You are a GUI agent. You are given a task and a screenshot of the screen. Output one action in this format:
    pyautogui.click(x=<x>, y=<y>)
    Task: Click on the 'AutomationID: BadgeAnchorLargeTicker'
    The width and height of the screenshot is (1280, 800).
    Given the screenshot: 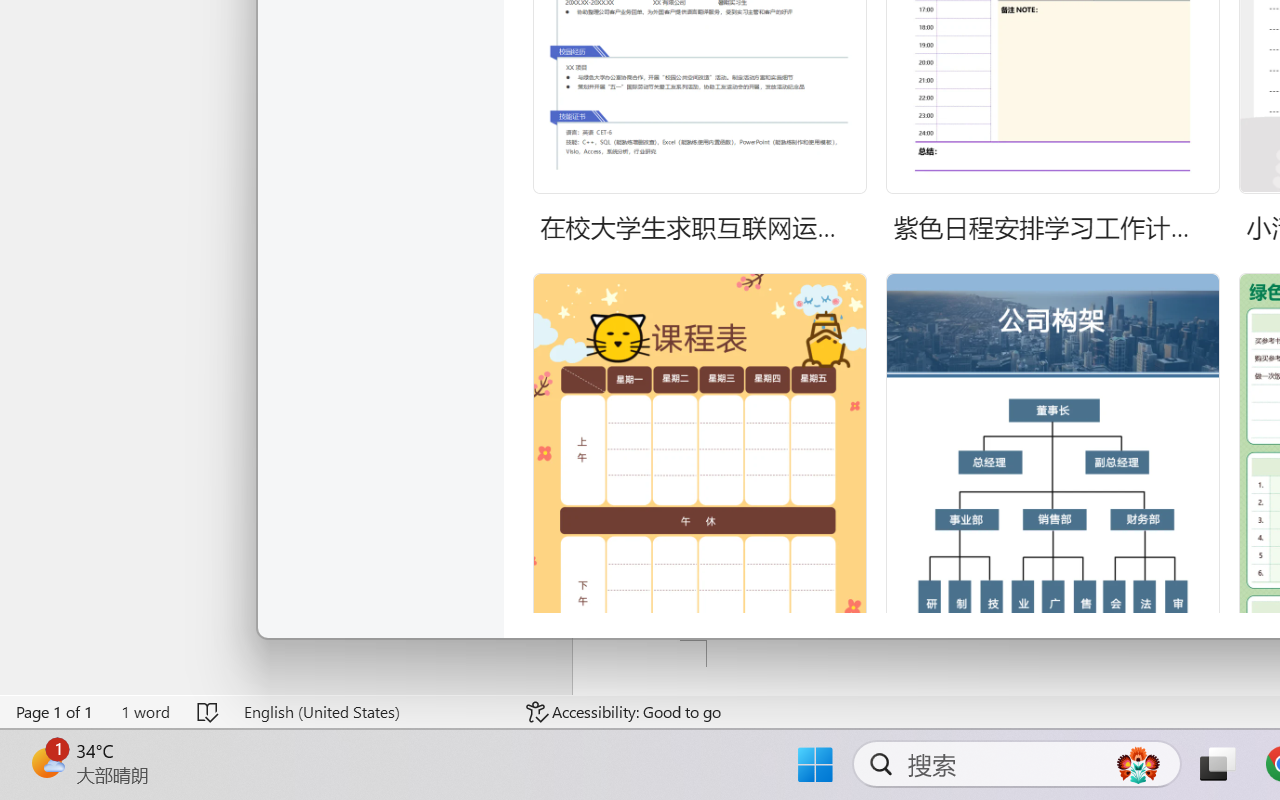 What is the action you would take?
    pyautogui.click(x=46, y=762)
    